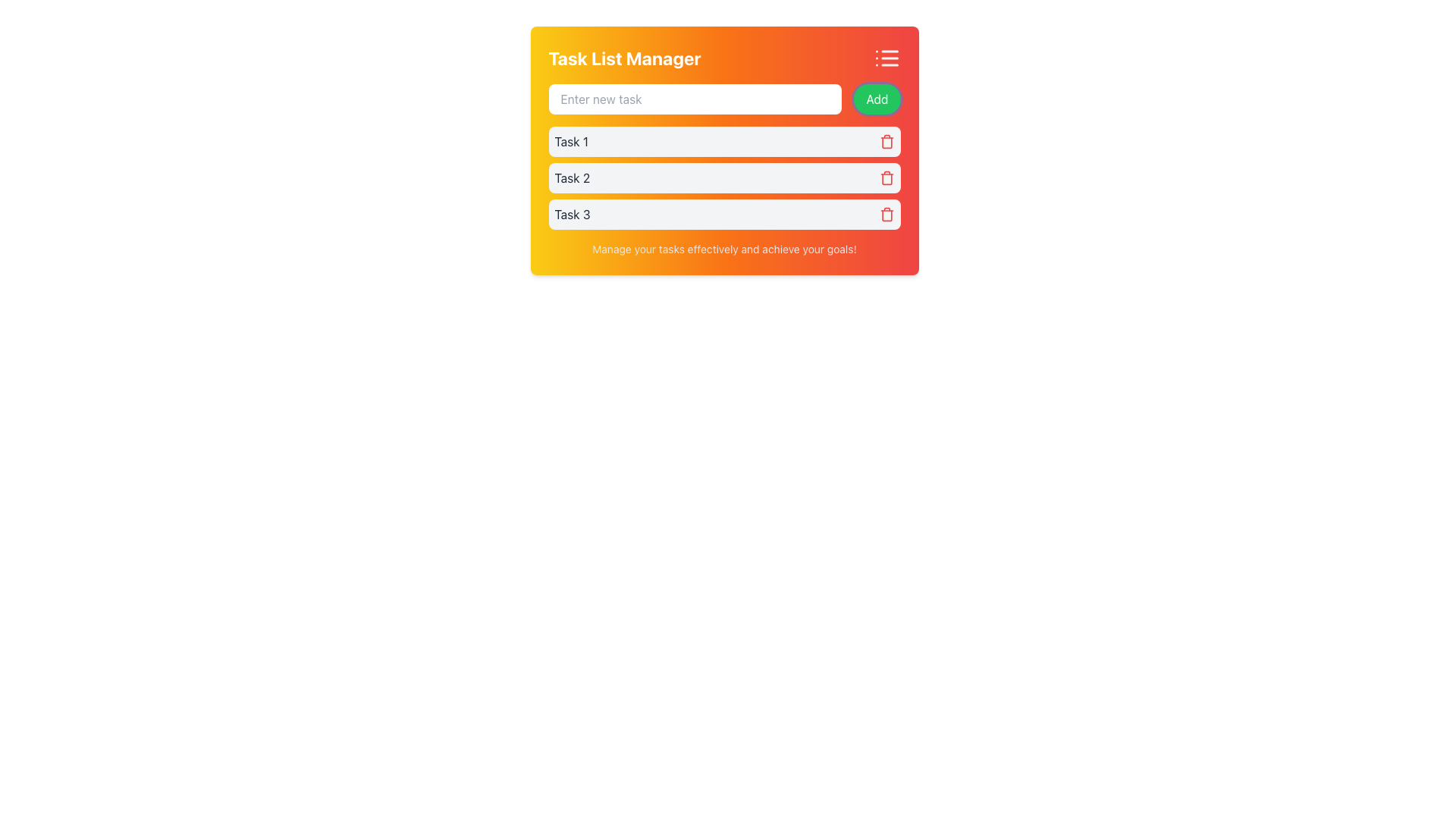 The width and height of the screenshot is (1456, 819). Describe the element at coordinates (886, 177) in the screenshot. I see `the delete button for 'Task 2'` at that location.